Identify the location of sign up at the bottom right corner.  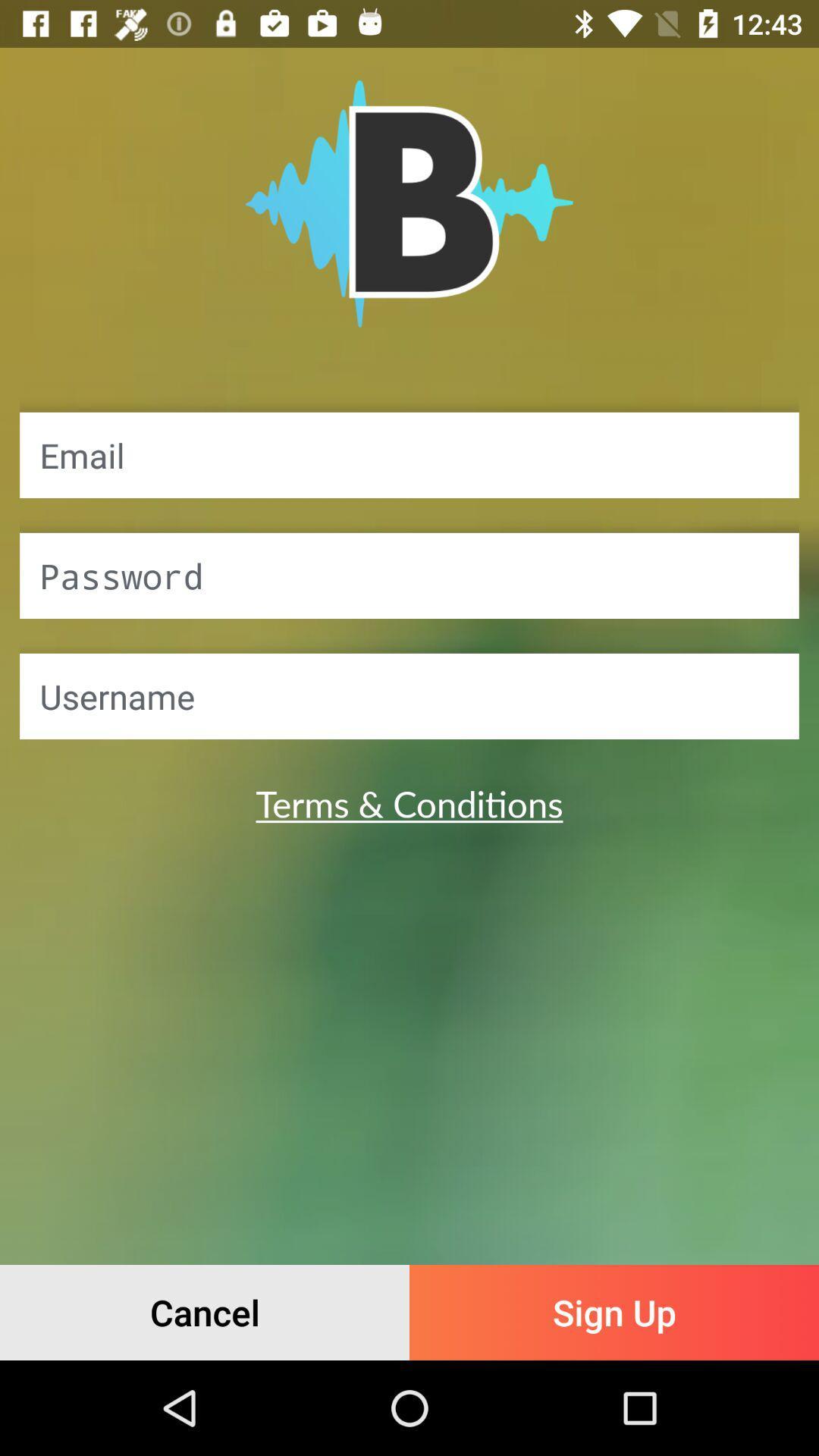
(614, 1312).